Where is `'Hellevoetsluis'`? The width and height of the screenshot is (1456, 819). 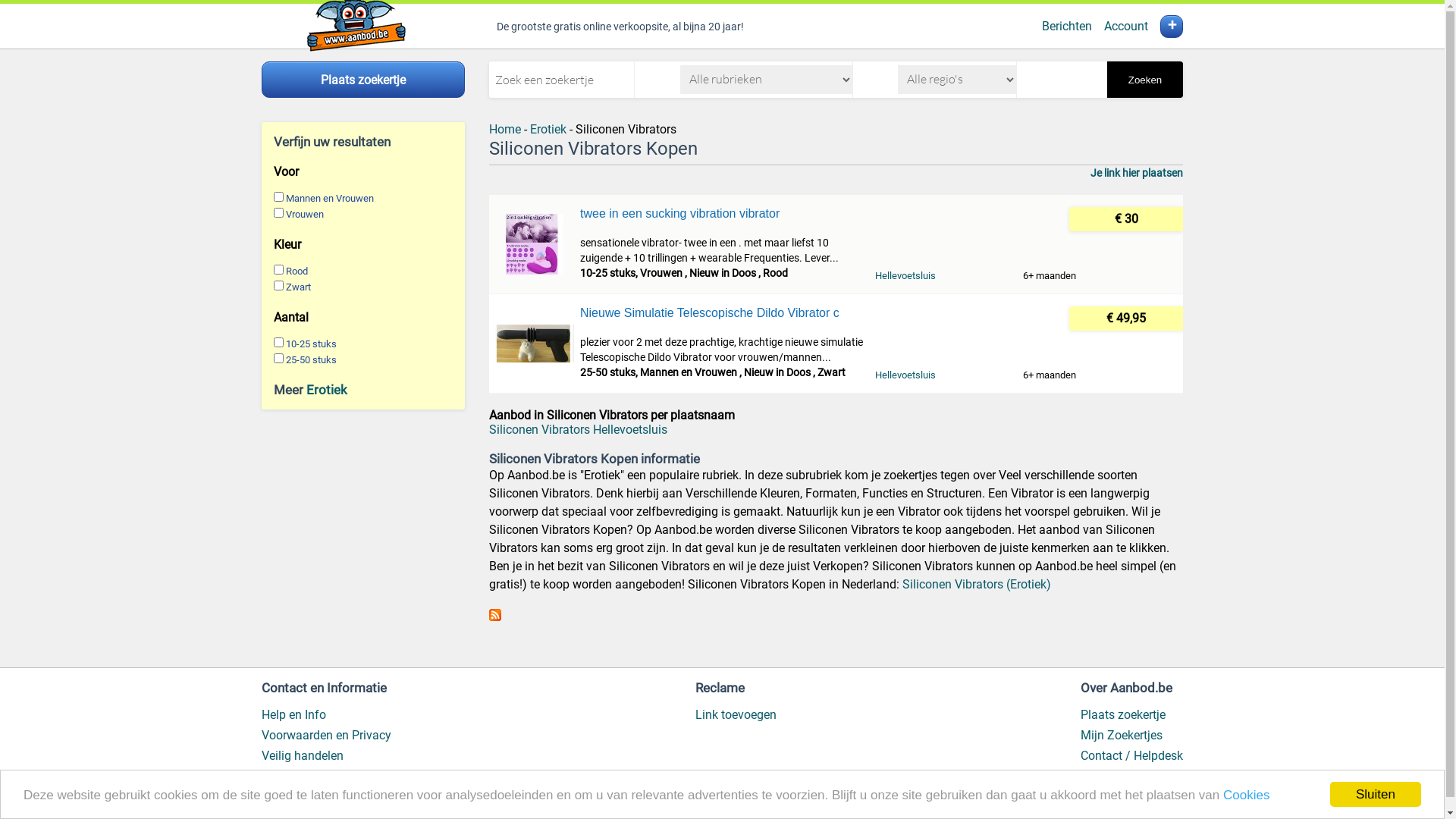
'Hellevoetsluis' is located at coordinates (905, 375).